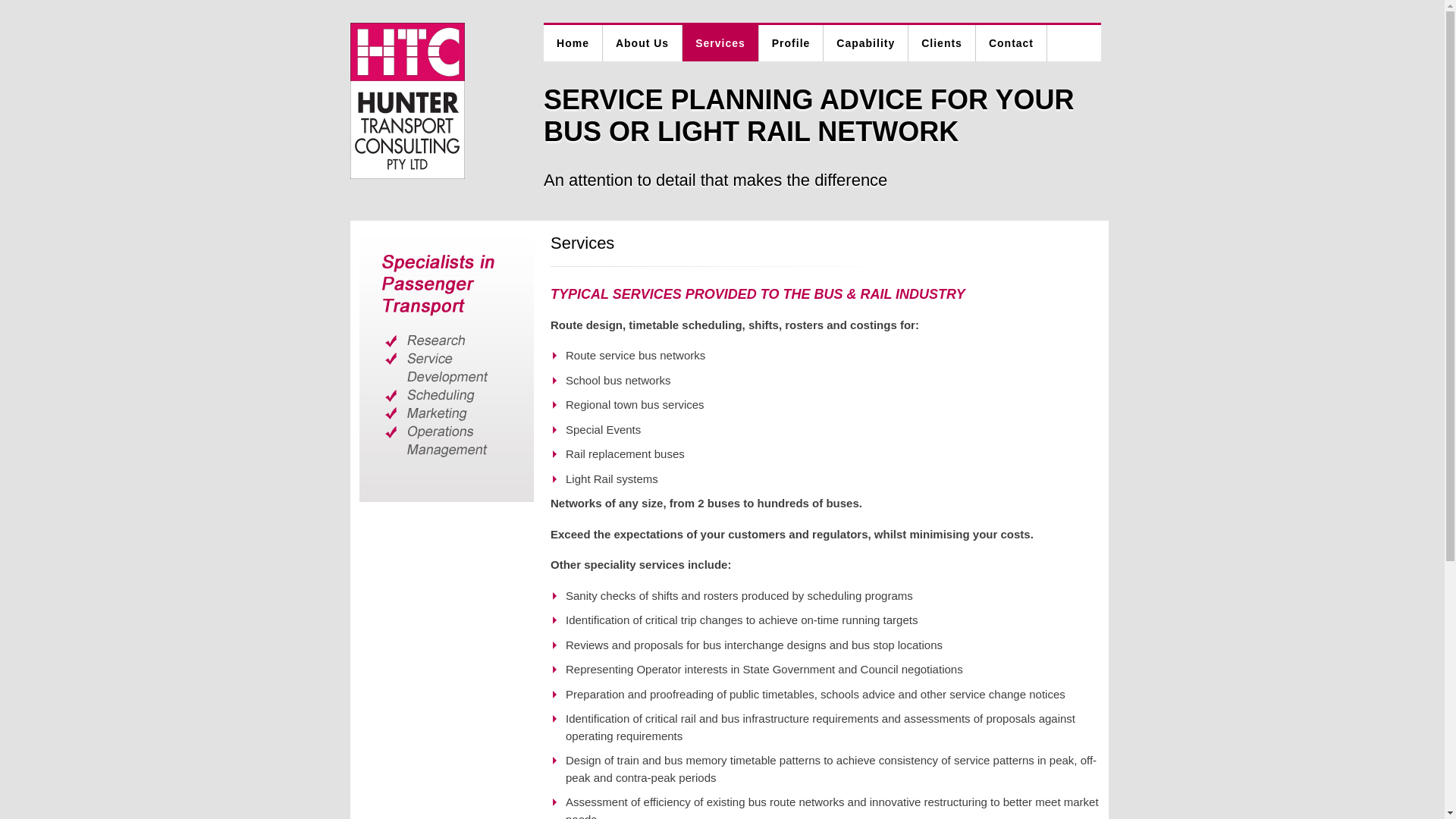 This screenshot has width=1456, height=819. What do you see at coordinates (642, 42) in the screenshot?
I see `'About Us'` at bounding box center [642, 42].